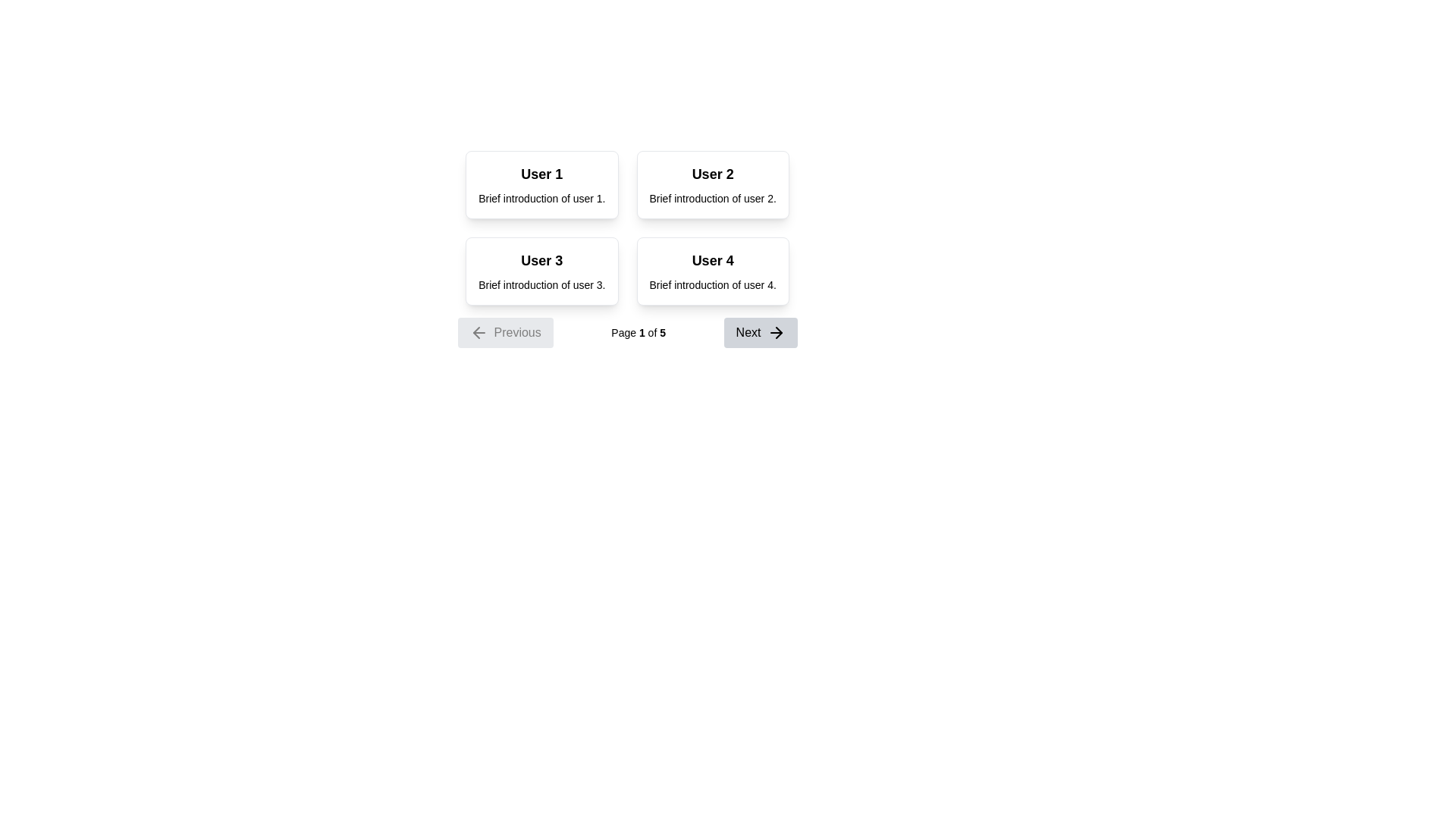 The width and height of the screenshot is (1456, 819). I want to click on the second card component in the grid layout that displays 'User 2' and a brief introduction, so click(712, 184).